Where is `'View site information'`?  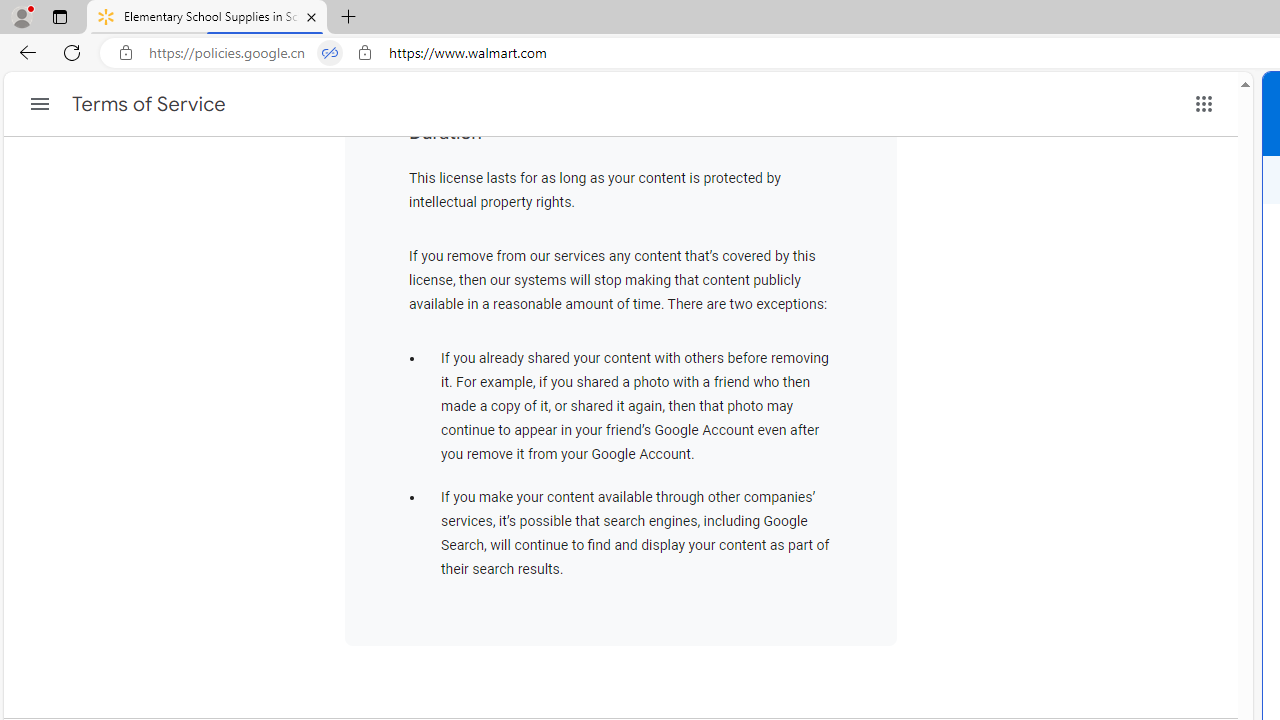 'View site information' is located at coordinates (365, 52).